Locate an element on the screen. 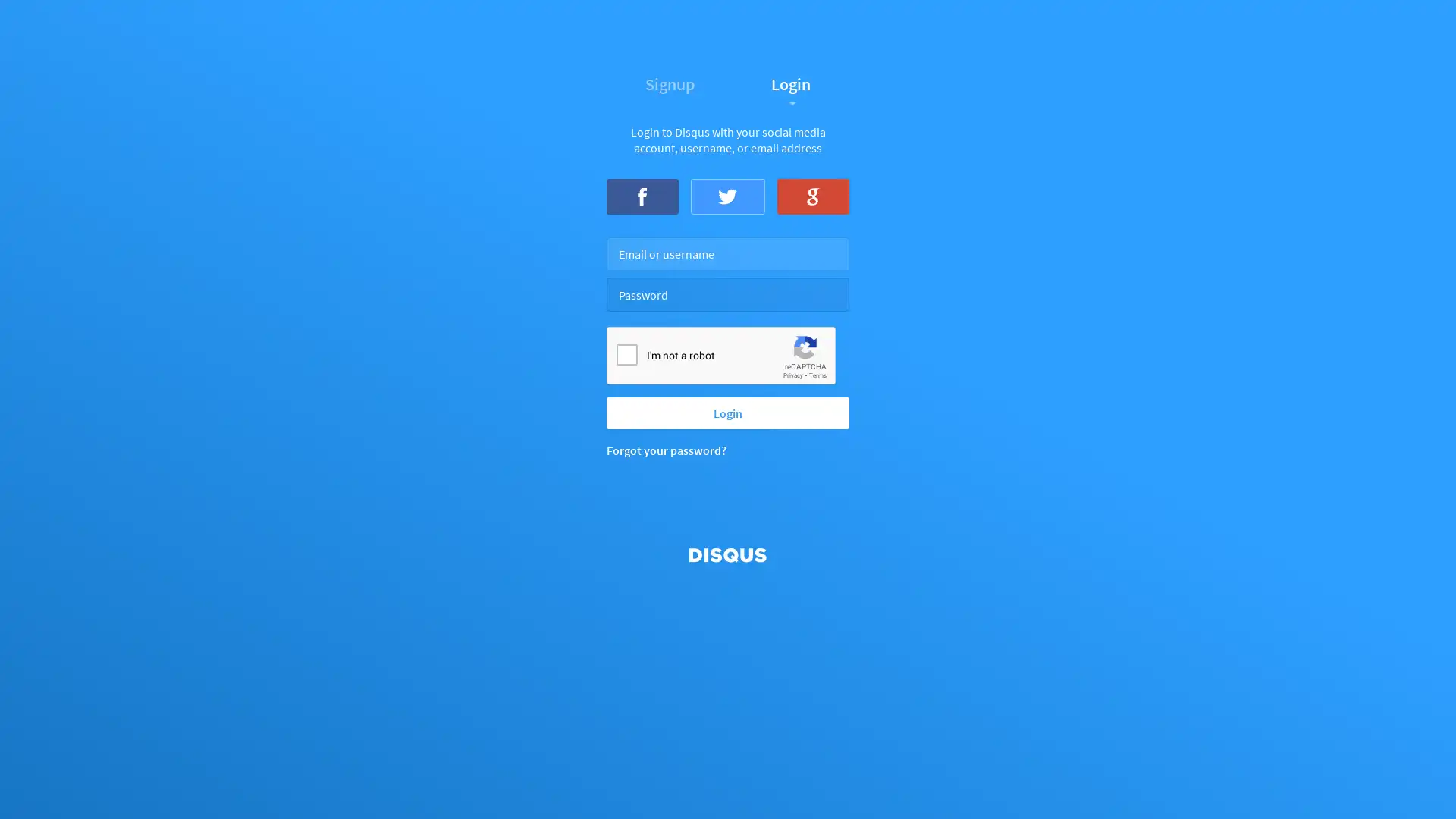 The width and height of the screenshot is (1456, 819). Google is located at coordinates (811, 195).